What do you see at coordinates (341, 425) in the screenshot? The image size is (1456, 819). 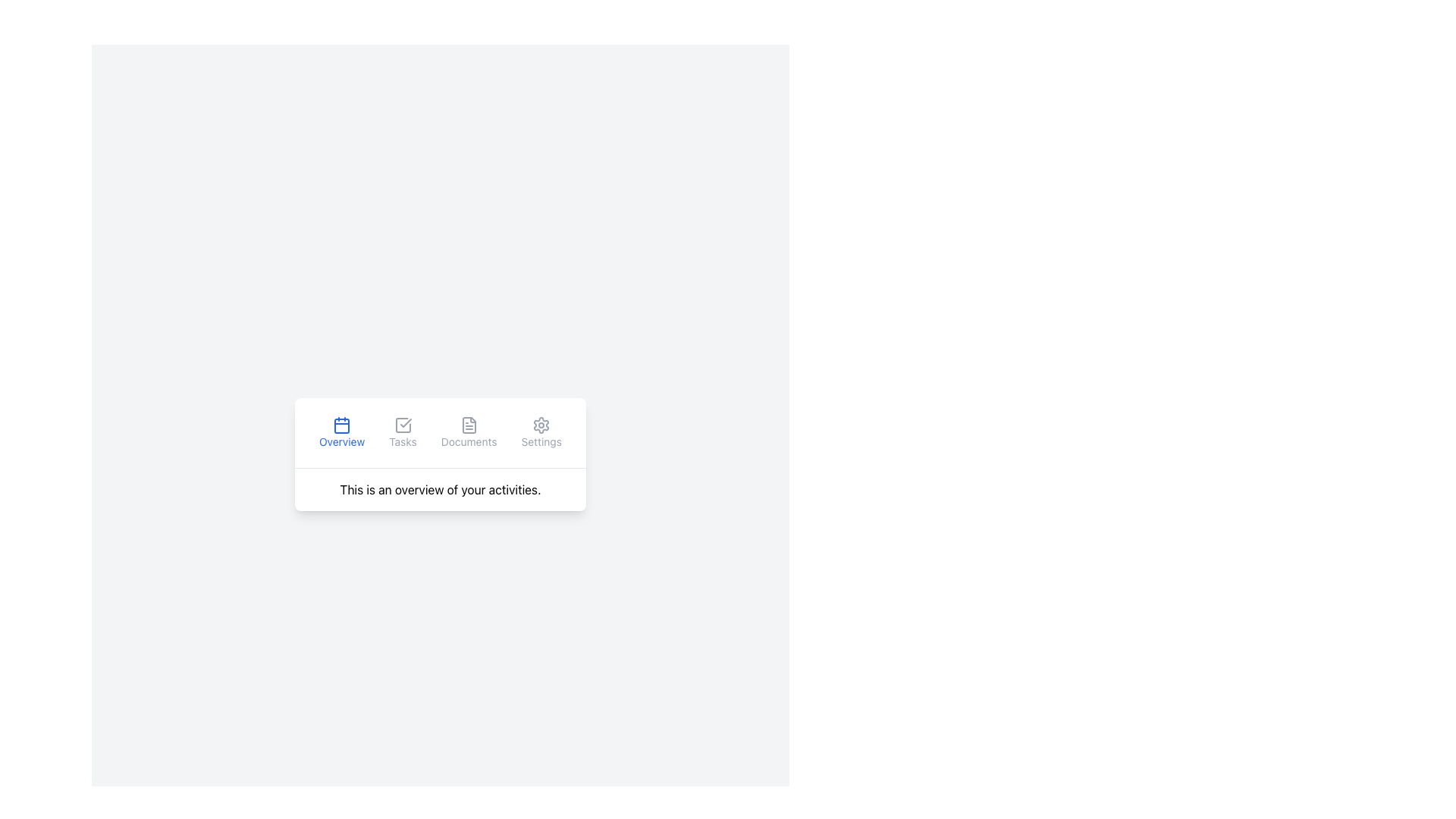 I see `the filled rectangle within the calendar icon that indicates the active state of the 'Overview' tab in the bottom navigation menu` at bounding box center [341, 425].